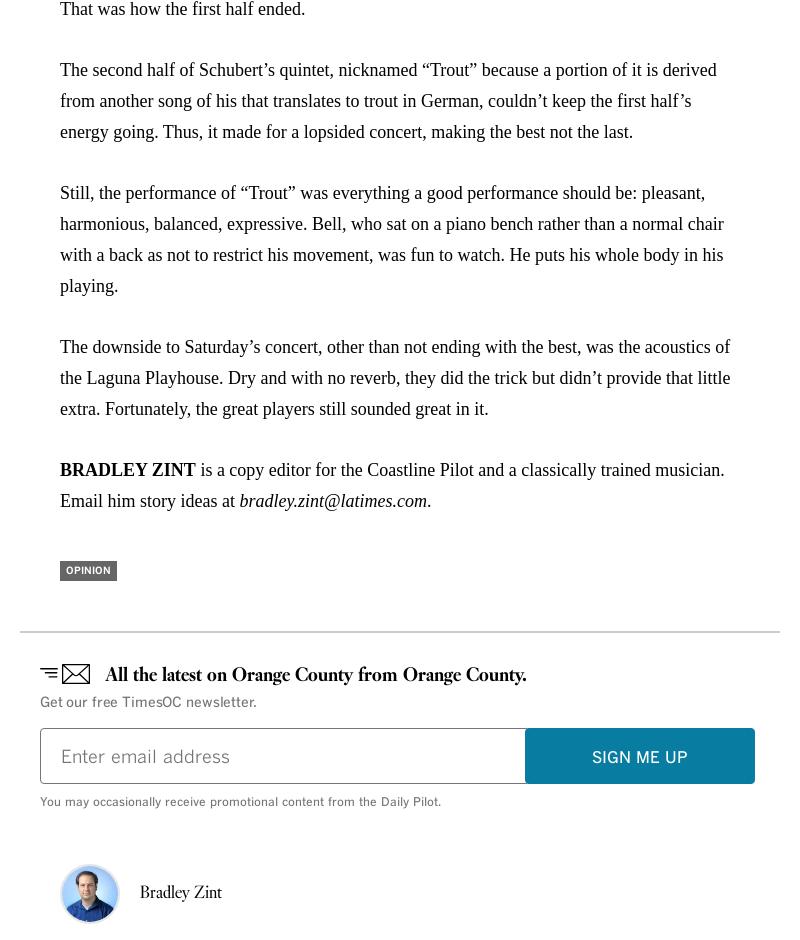 The height and width of the screenshot is (940, 800). What do you see at coordinates (315, 674) in the screenshot?
I see `'All the latest on Orange County from Orange County.'` at bounding box center [315, 674].